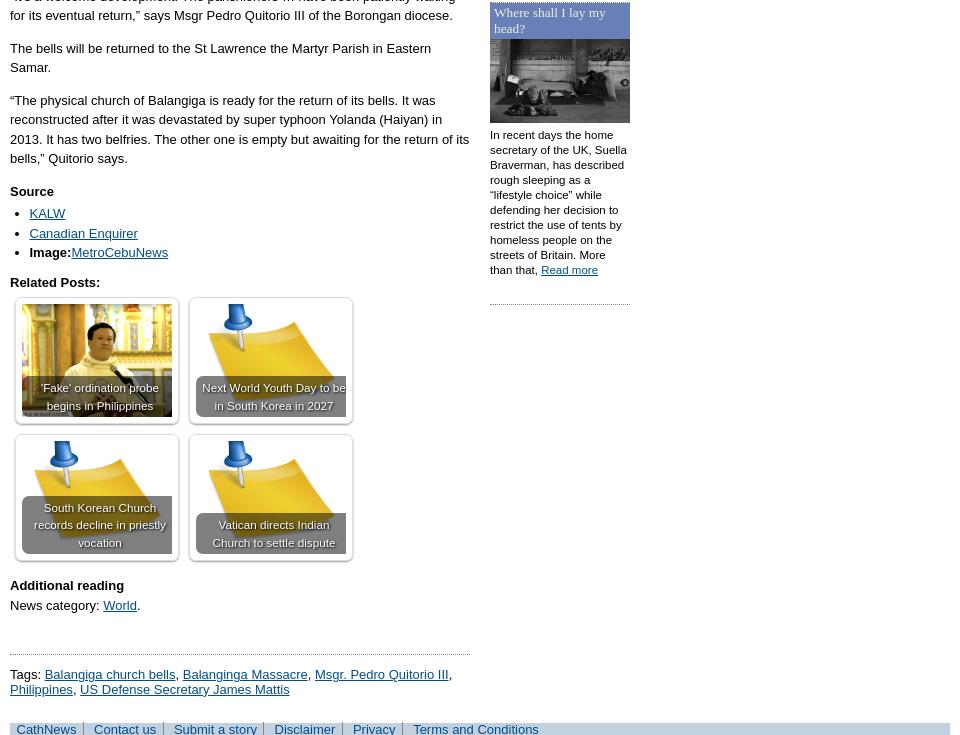  What do you see at coordinates (220, 57) in the screenshot?
I see `'The bells will be returned to the St Lawrence the Martyr Parish in Eastern Samar.'` at bounding box center [220, 57].